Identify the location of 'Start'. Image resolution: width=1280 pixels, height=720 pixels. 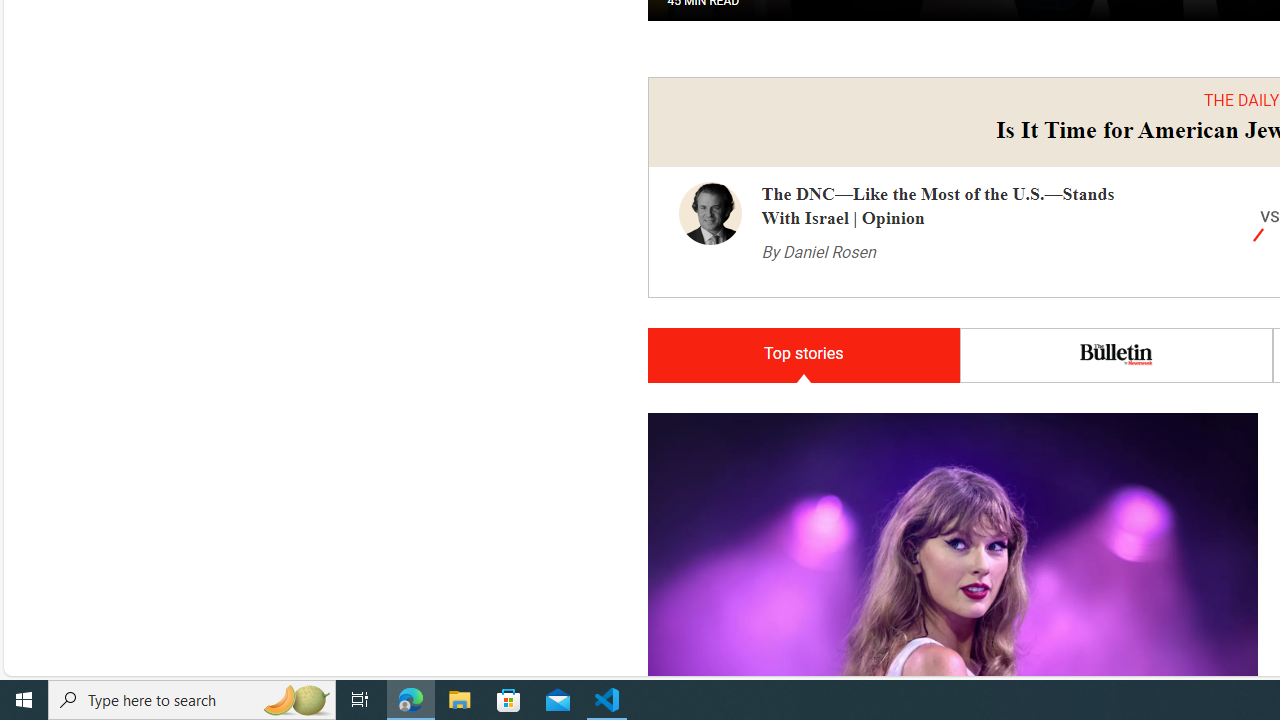
(24, 698).